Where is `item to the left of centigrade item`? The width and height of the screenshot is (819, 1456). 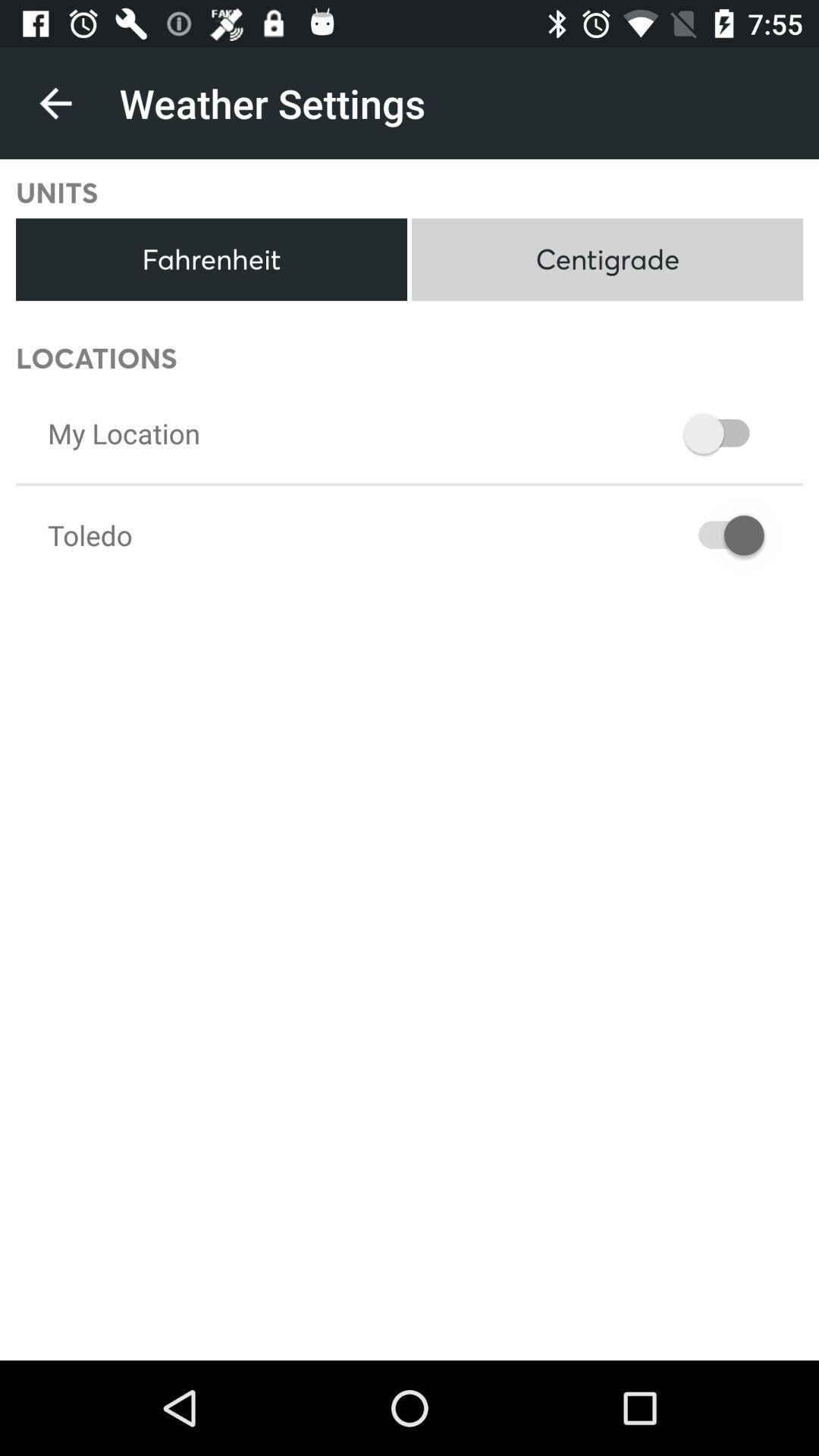
item to the left of centigrade item is located at coordinates (211, 259).